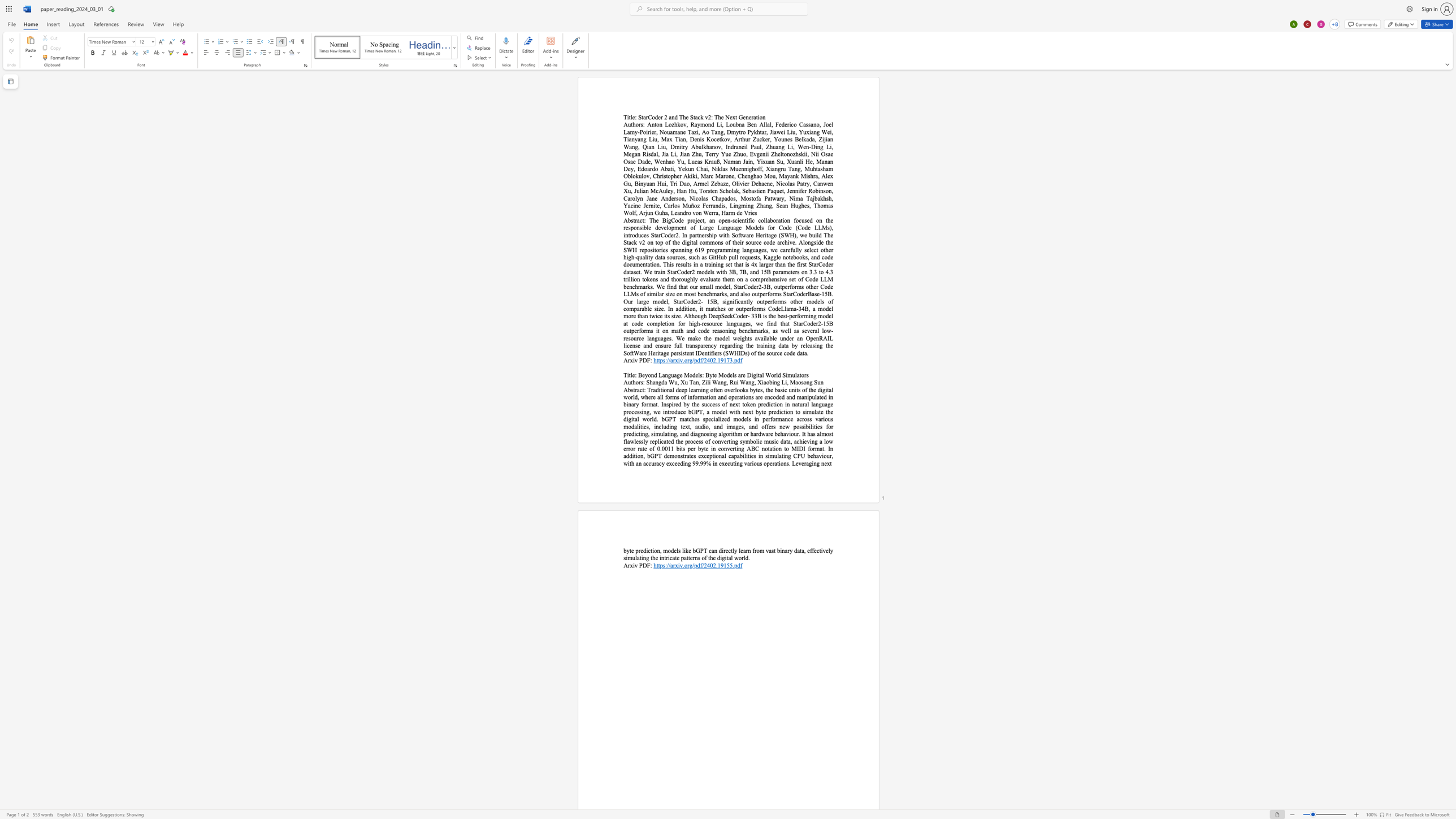 Image resolution: width=1456 pixels, height=819 pixels. I want to click on the space between the continuous character "S" and "u" in the text, so click(817, 382).